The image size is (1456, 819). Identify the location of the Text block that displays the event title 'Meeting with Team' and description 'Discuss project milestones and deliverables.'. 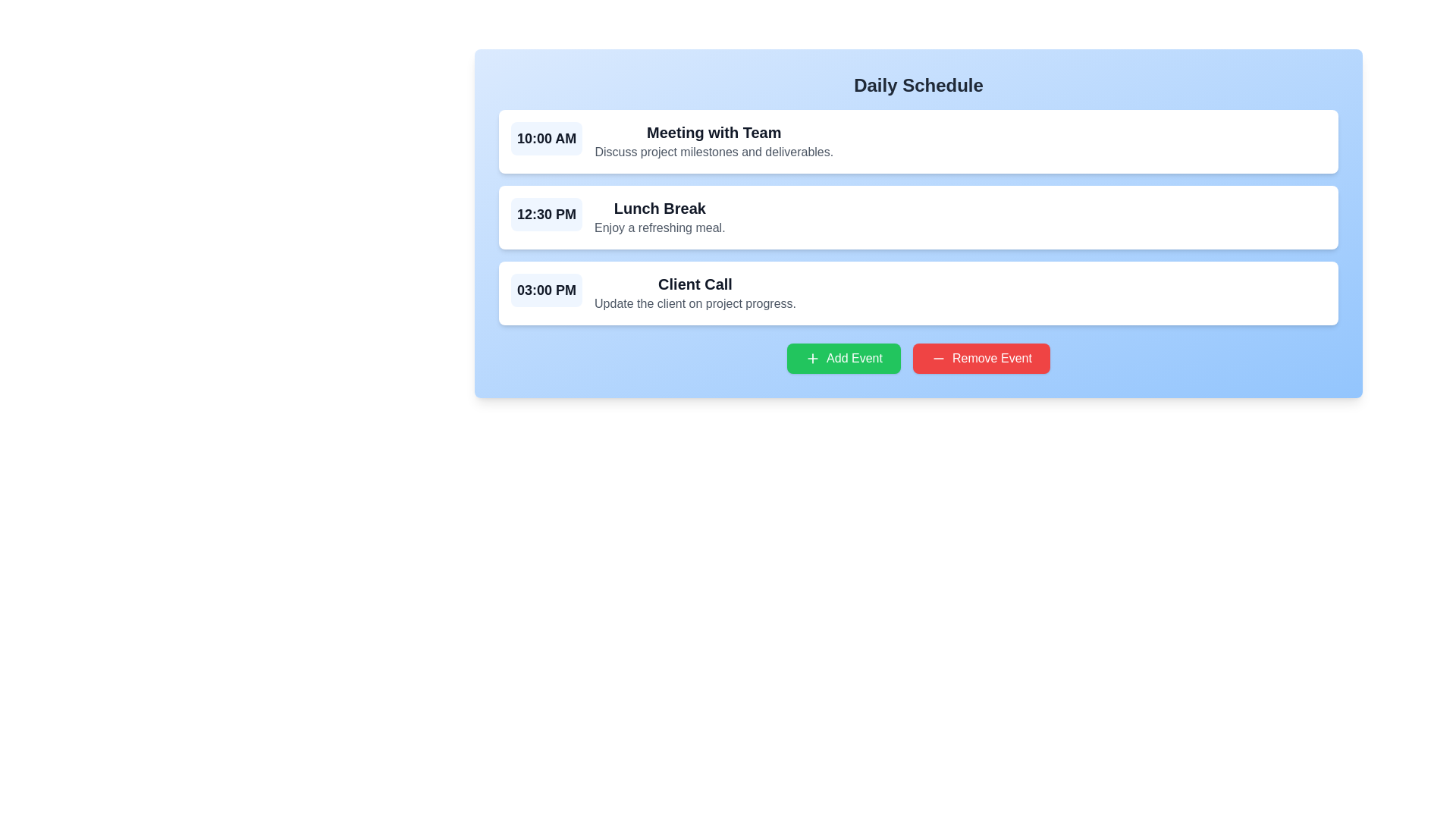
(713, 141).